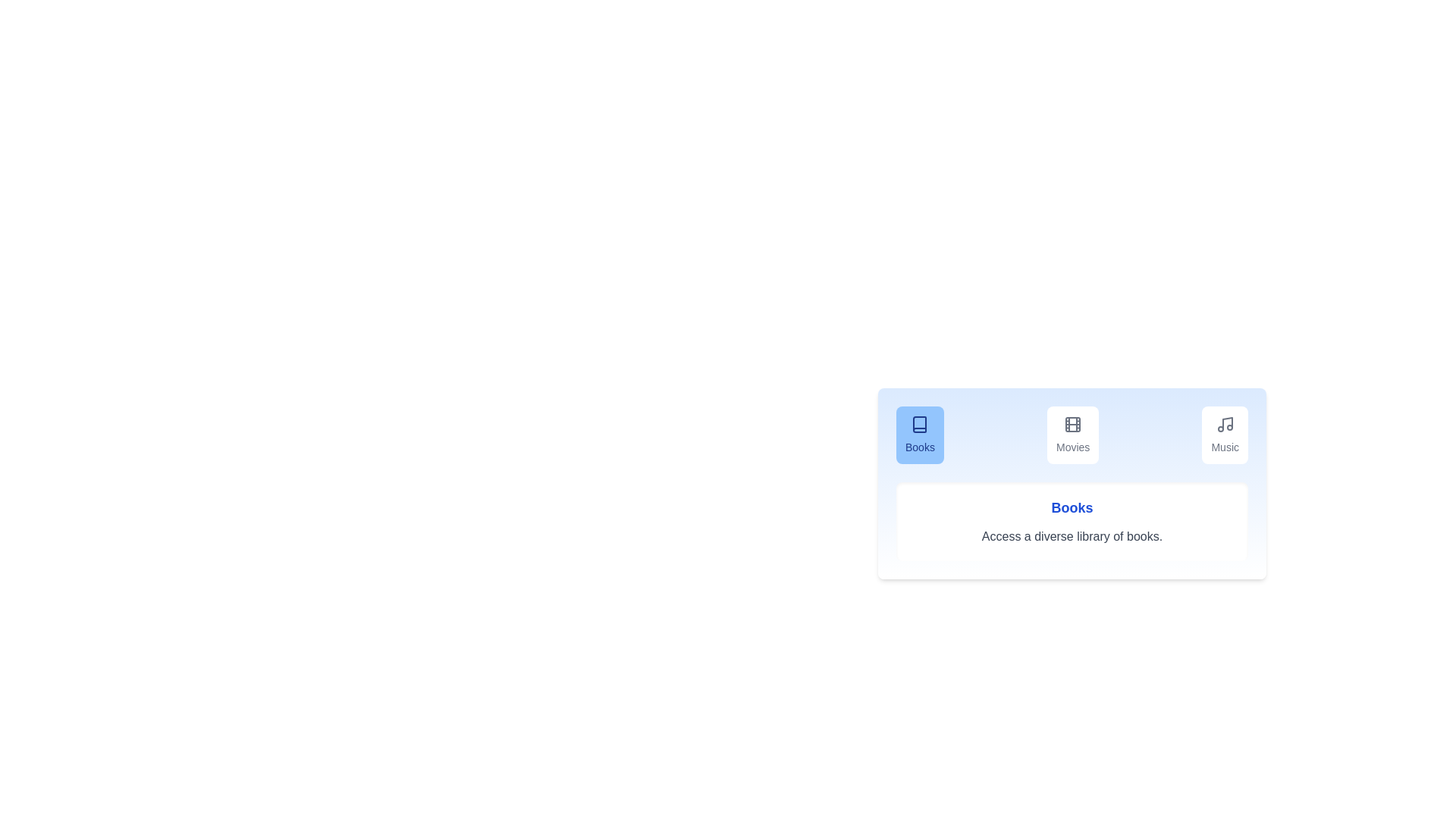  What do you see at coordinates (919, 435) in the screenshot?
I see `the Books tab by clicking on its button` at bounding box center [919, 435].